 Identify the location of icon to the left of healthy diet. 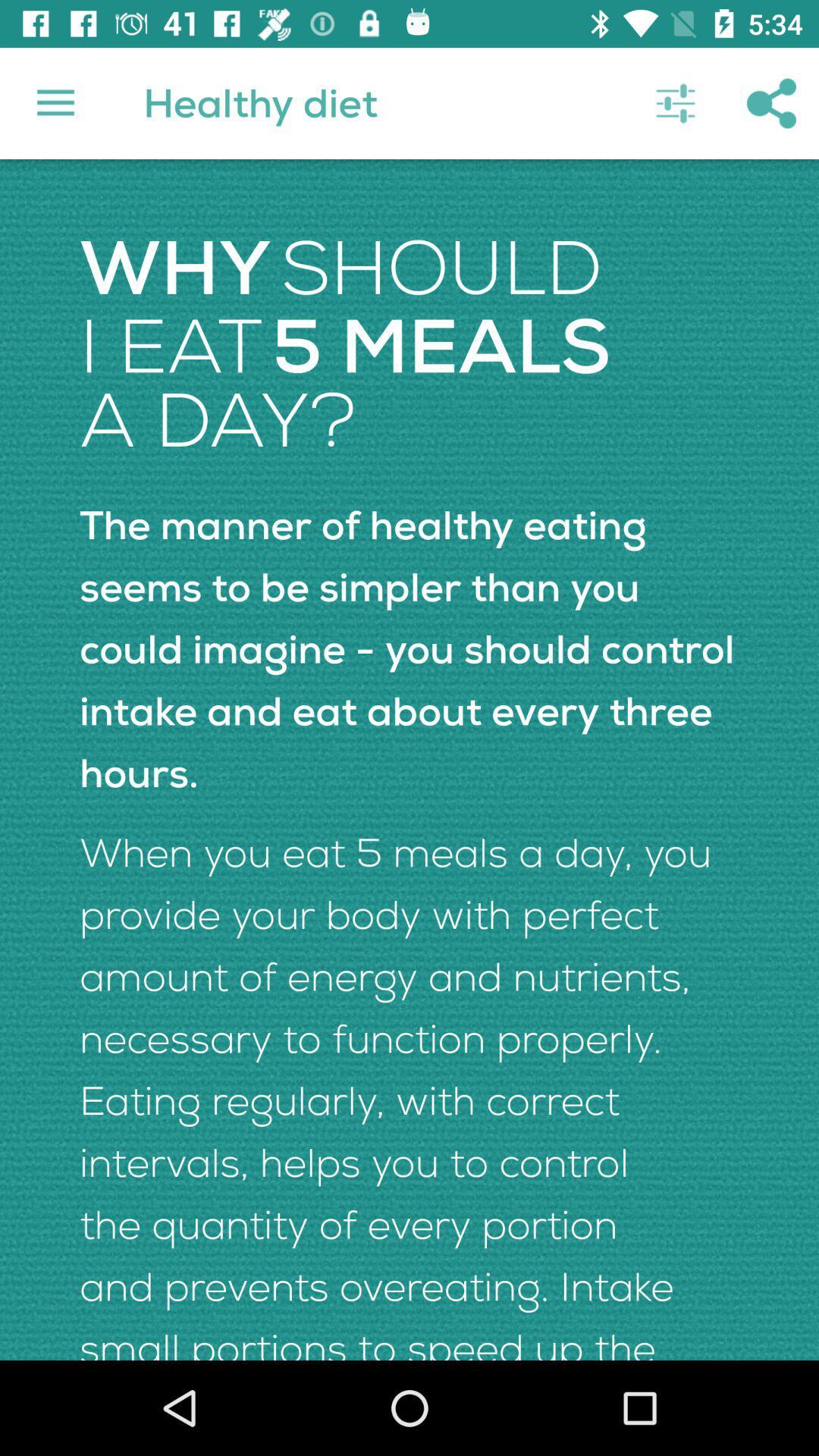
(55, 102).